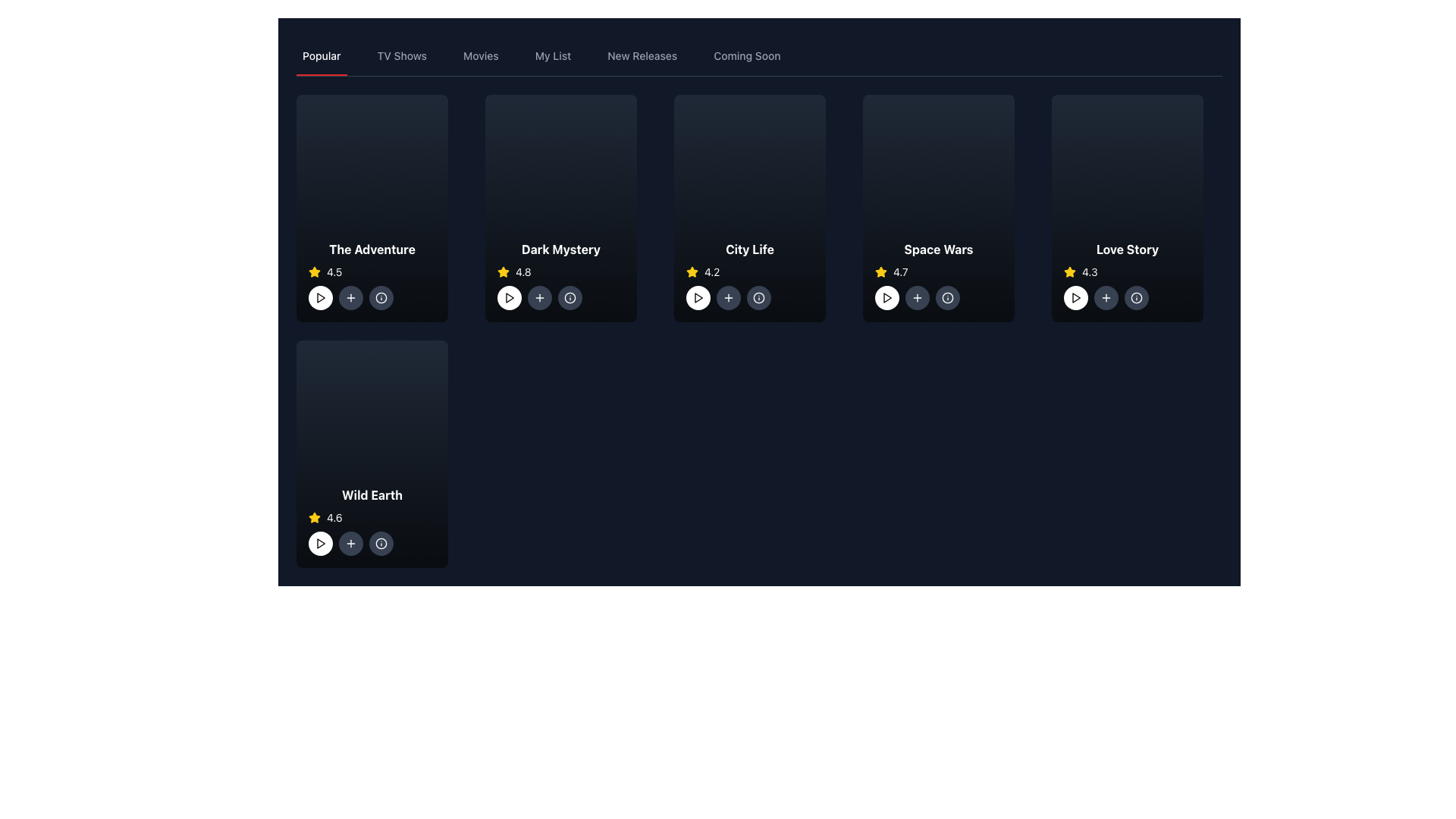  I want to click on the circular button with a dark gray background and an information icon, located at the bottom-right corner of the 'Wild Earth' card, so click(381, 543).